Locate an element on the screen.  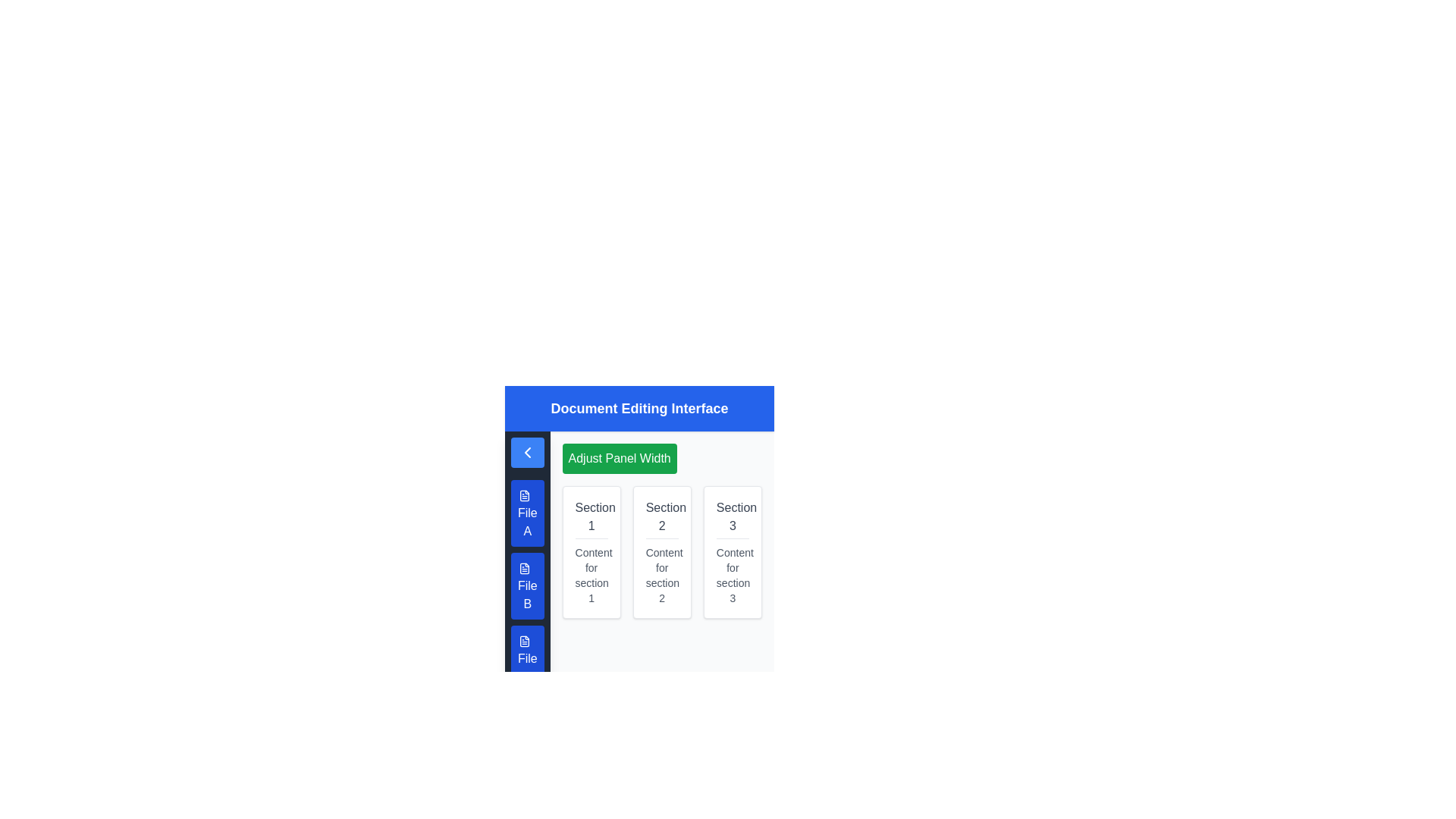
the file icon, which is part of the button labeled 'File C' with a blue background located at the top-left of the button is located at coordinates (524, 641).